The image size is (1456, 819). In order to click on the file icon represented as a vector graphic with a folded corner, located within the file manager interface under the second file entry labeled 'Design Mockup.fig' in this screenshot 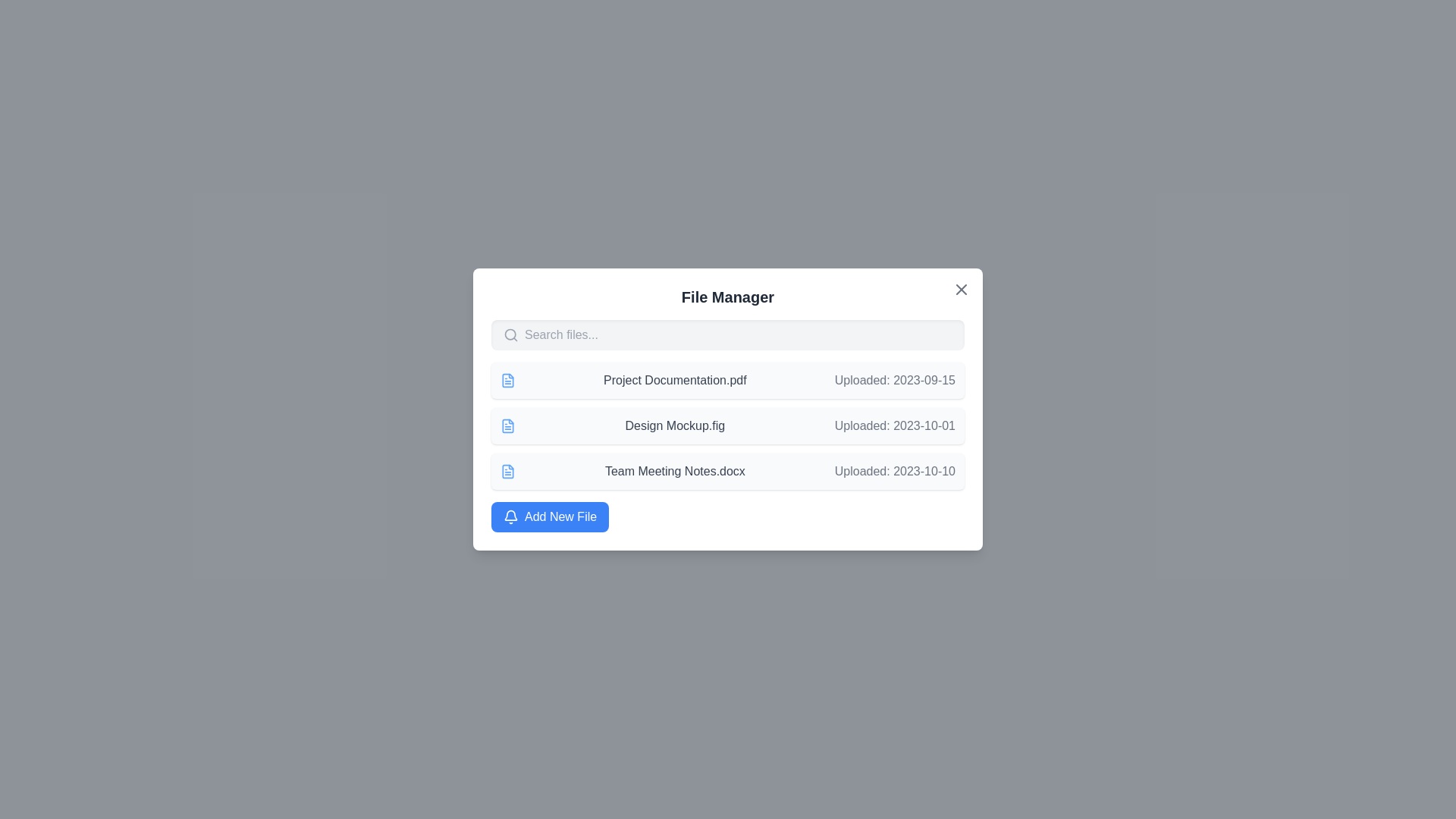, I will do `click(508, 379)`.